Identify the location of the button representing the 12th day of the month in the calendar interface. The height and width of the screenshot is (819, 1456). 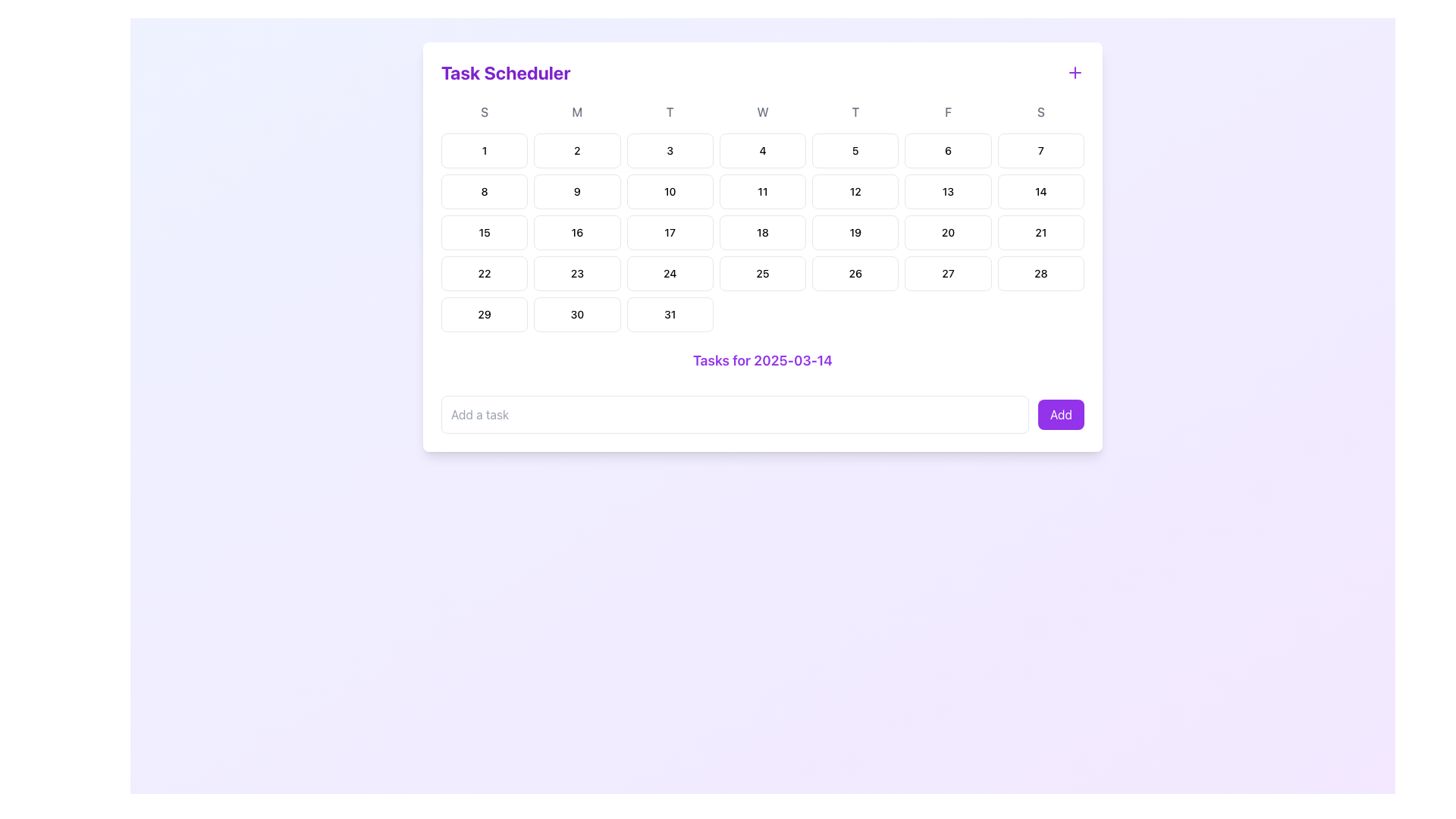
(855, 191).